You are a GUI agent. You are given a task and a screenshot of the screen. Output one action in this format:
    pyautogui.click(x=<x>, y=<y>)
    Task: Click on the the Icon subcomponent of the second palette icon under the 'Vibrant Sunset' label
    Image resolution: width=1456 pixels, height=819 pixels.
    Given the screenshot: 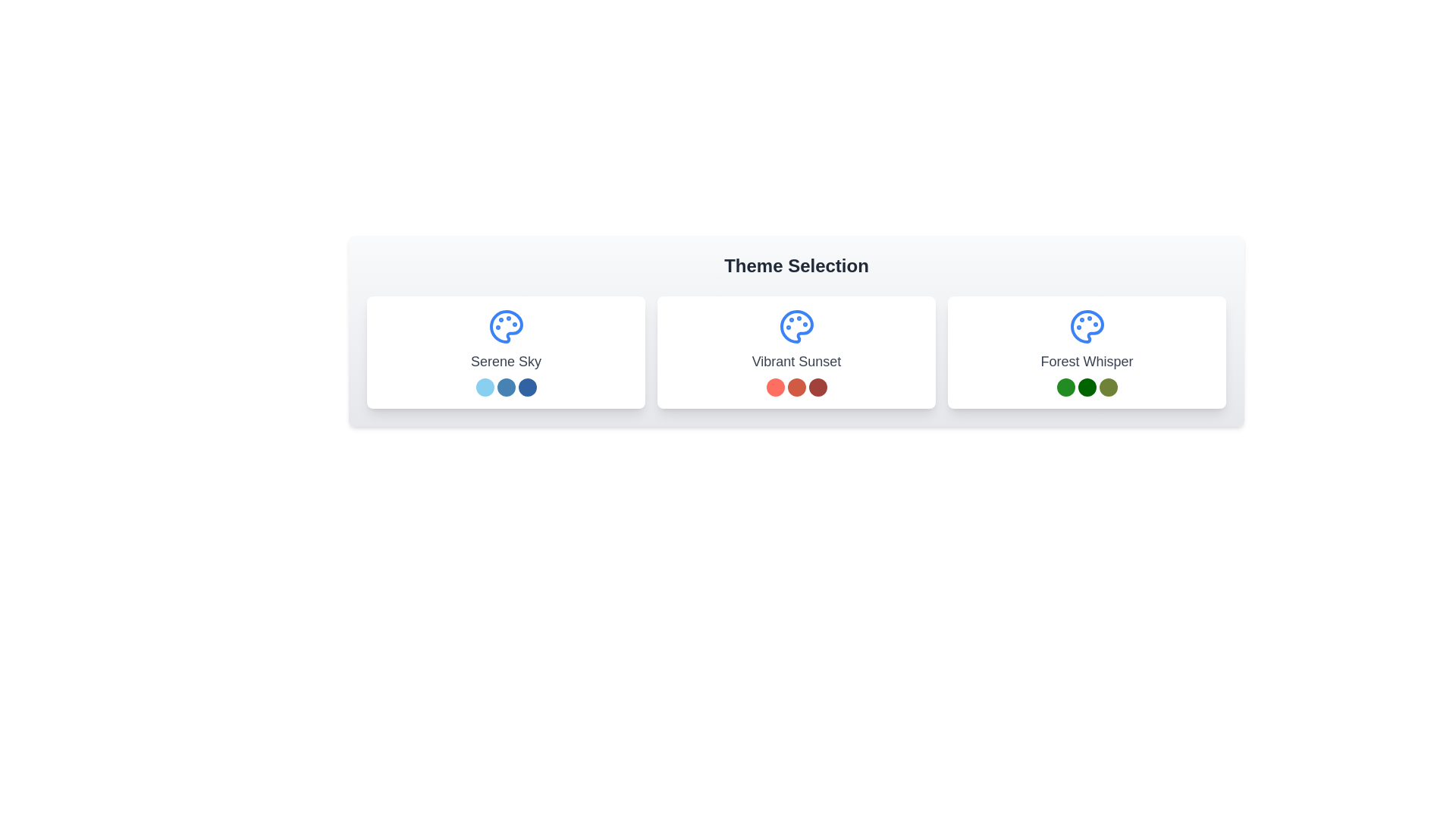 What is the action you would take?
    pyautogui.click(x=795, y=326)
    